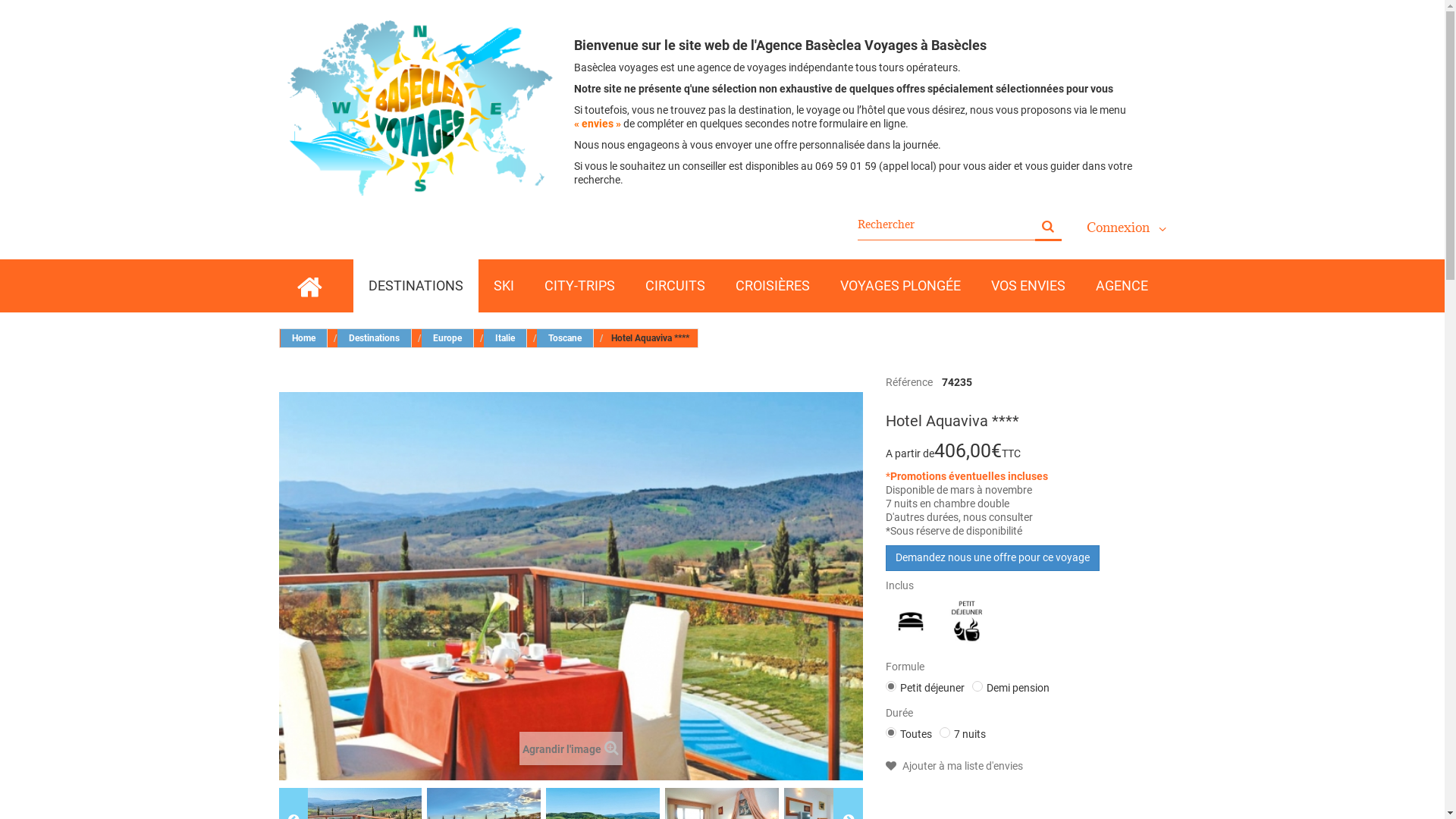  What do you see at coordinates (505, 337) in the screenshot?
I see `'Italie'` at bounding box center [505, 337].